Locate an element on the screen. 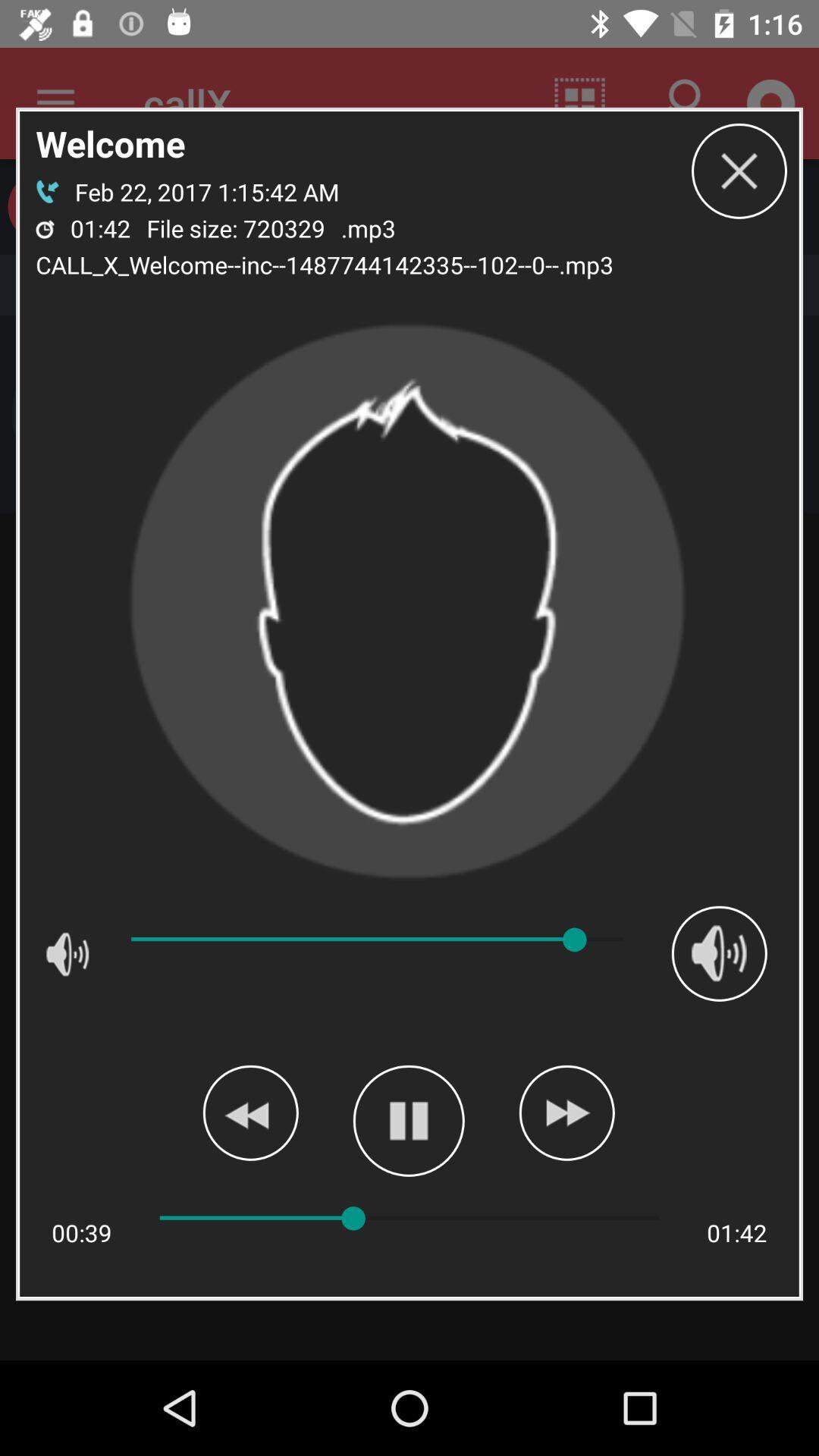 This screenshot has height=1456, width=819. box is located at coordinates (739, 171).